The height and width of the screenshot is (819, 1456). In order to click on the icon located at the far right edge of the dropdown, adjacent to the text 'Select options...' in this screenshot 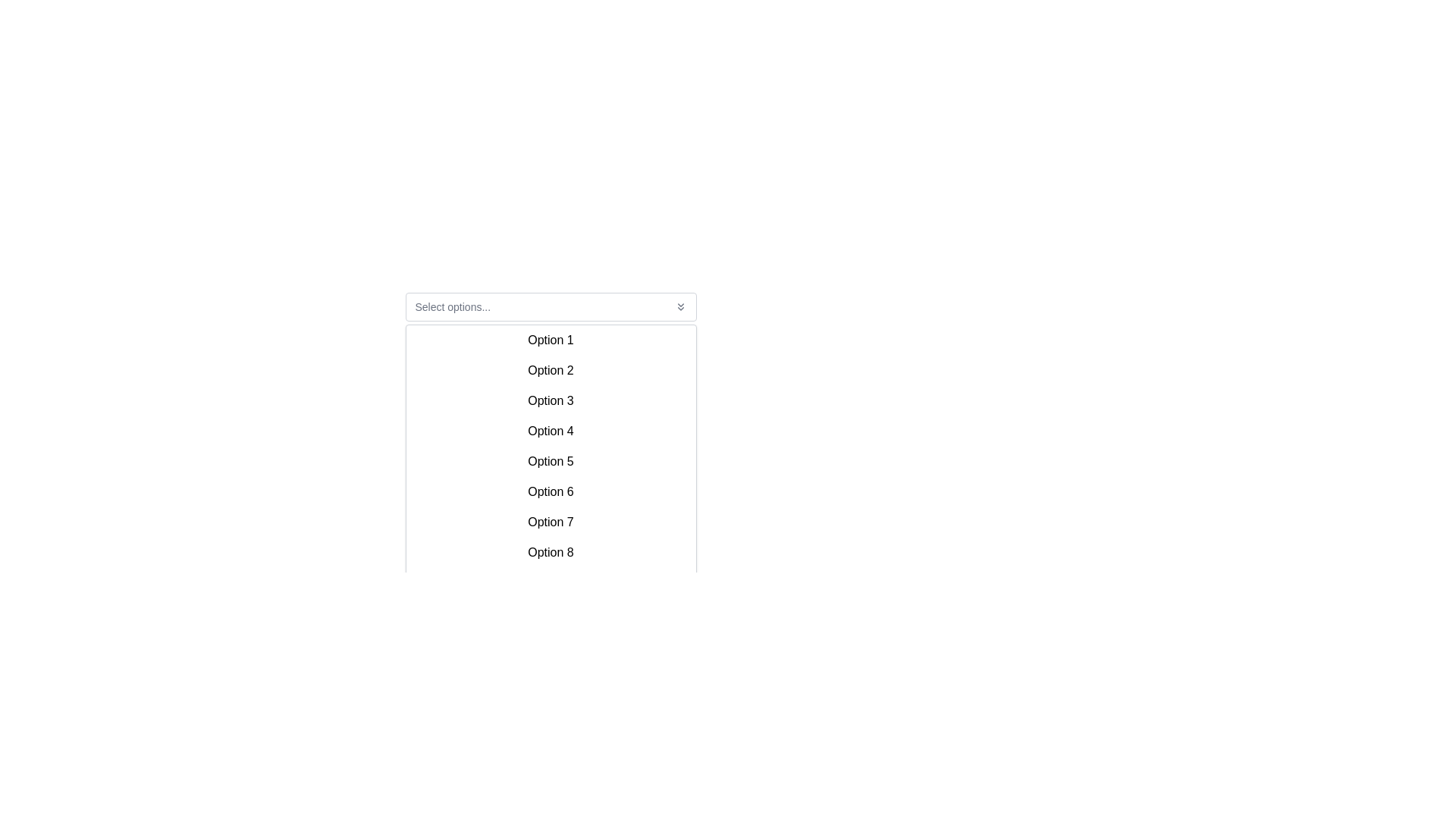, I will do `click(679, 307)`.